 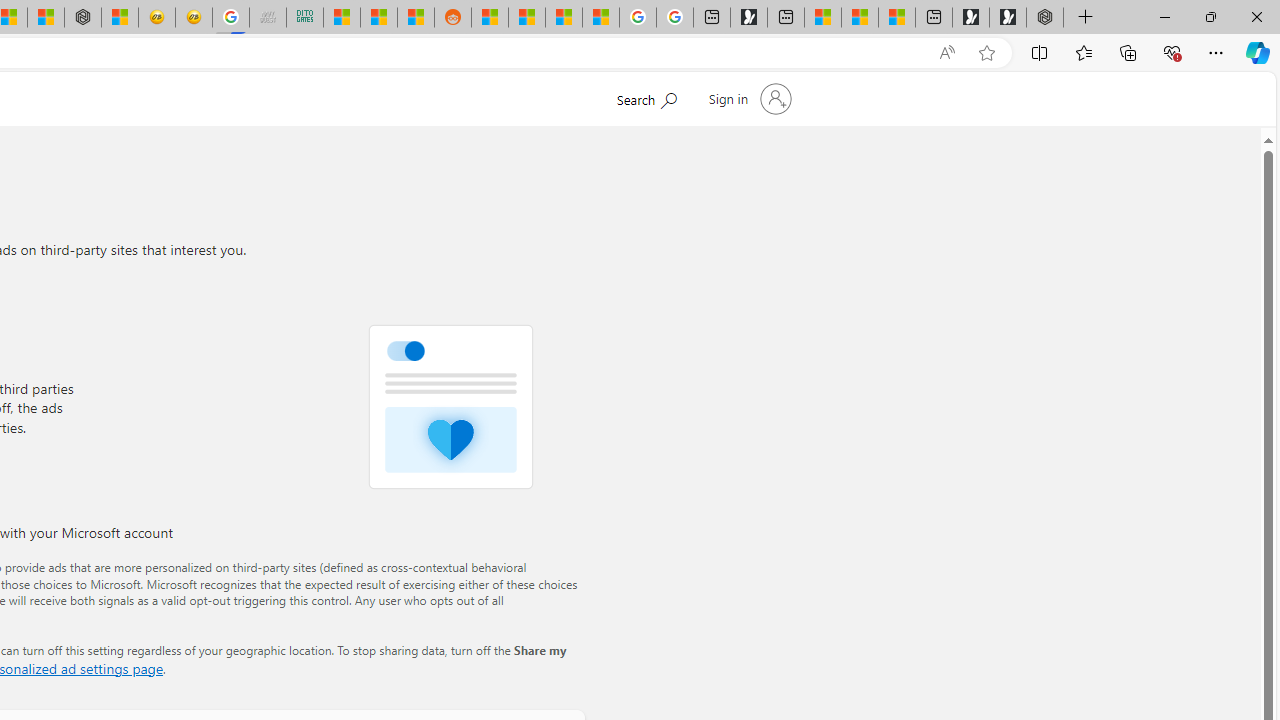 What do you see at coordinates (747, 17) in the screenshot?
I see `'Microsoft Start Gaming'` at bounding box center [747, 17].